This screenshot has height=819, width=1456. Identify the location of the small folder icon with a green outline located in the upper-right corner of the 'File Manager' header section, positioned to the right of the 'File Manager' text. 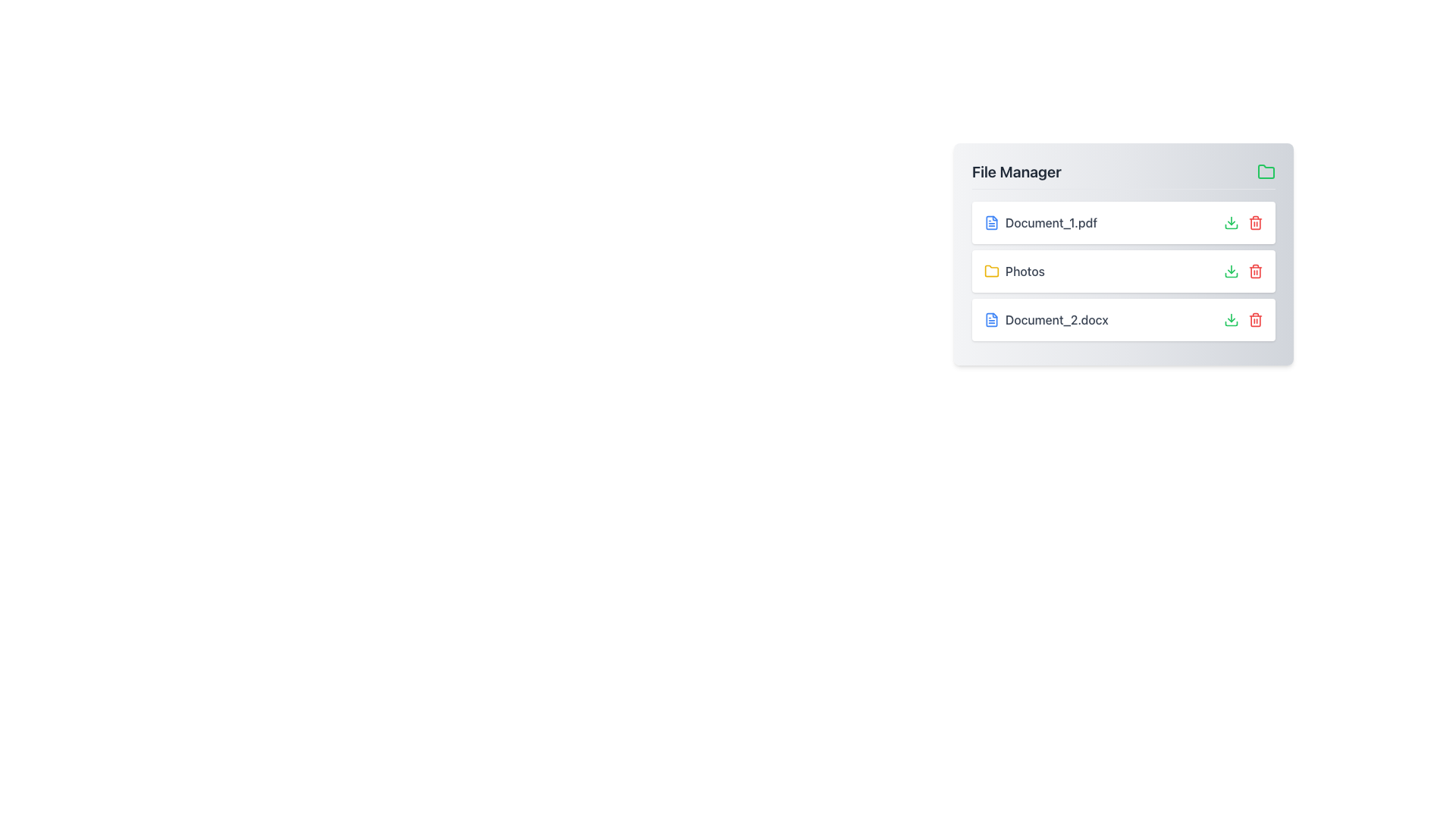
(1266, 171).